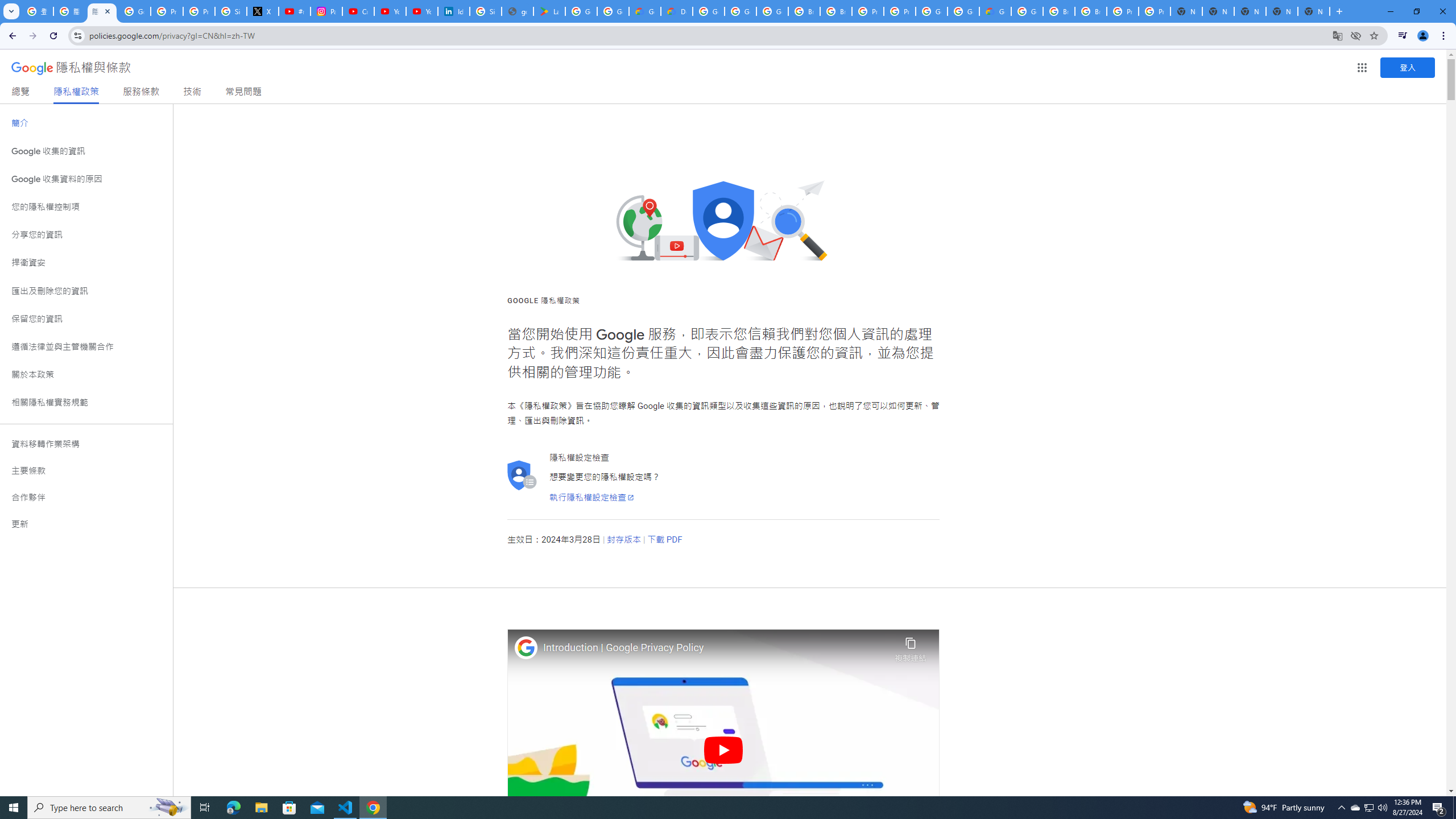 The height and width of the screenshot is (819, 1456). What do you see at coordinates (262, 11) in the screenshot?
I see `'X'` at bounding box center [262, 11].